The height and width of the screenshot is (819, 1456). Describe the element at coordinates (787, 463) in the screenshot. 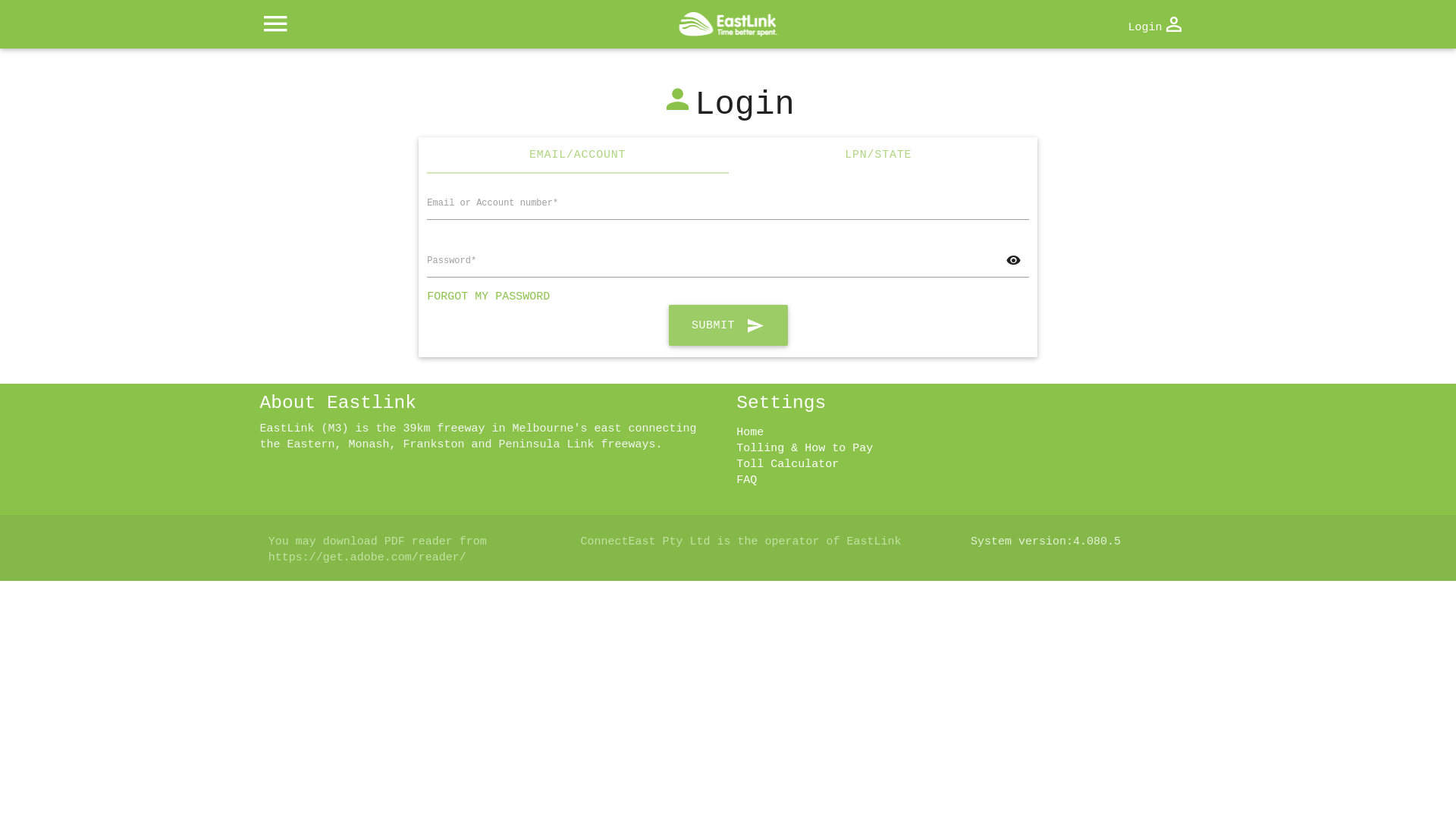

I see `'Toll Calculator'` at that location.